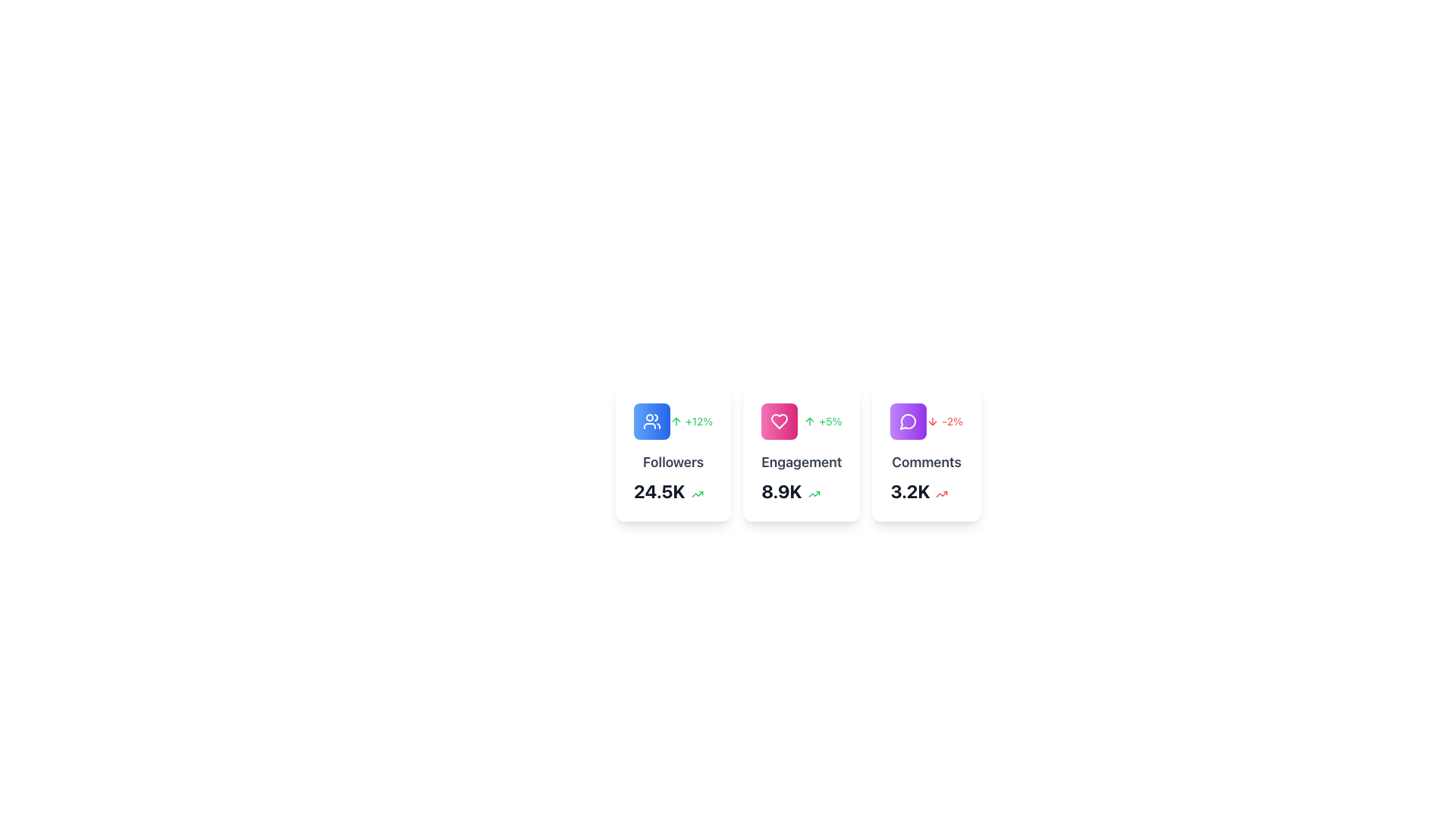  I want to click on the Decorative Bar element located at the bottom of the 'Comments' statistics card, beneath the text '3.2K', so click(926, 519).